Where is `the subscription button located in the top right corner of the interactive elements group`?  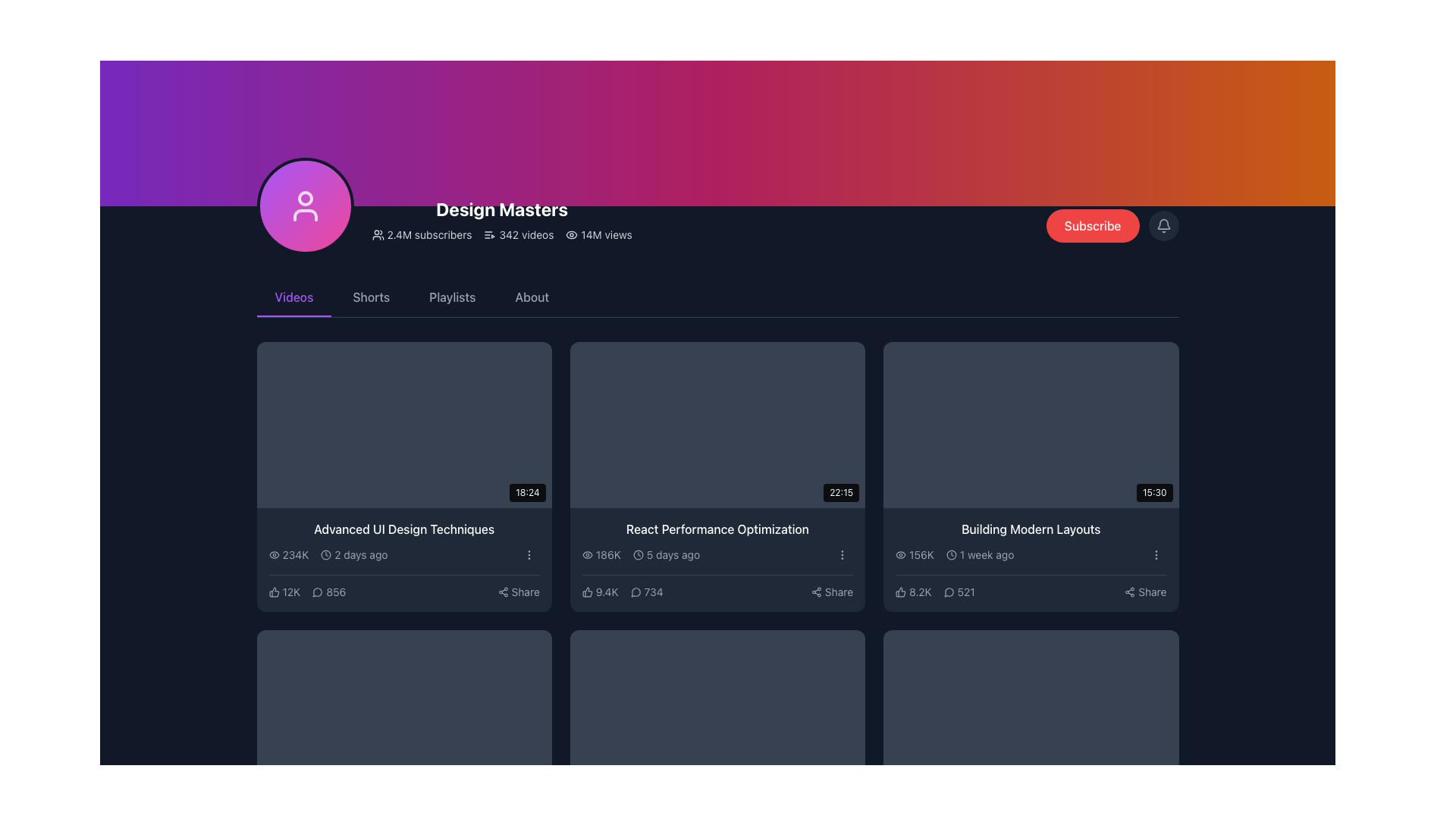 the subscription button located in the top right corner of the interactive elements group is located at coordinates (1093, 225).